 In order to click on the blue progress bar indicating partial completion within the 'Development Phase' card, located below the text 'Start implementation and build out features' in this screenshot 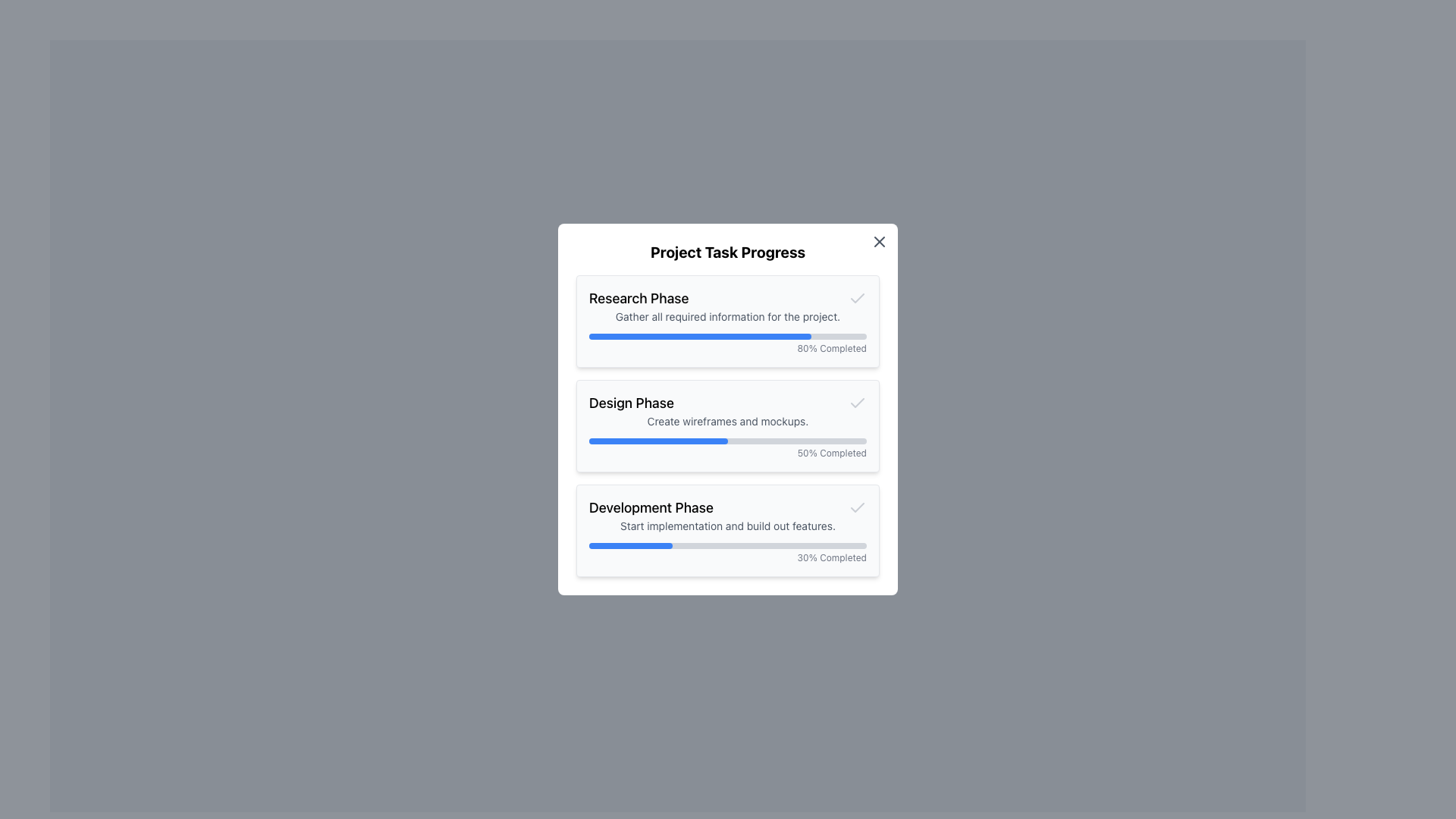, I will do `click(630, 546)`.